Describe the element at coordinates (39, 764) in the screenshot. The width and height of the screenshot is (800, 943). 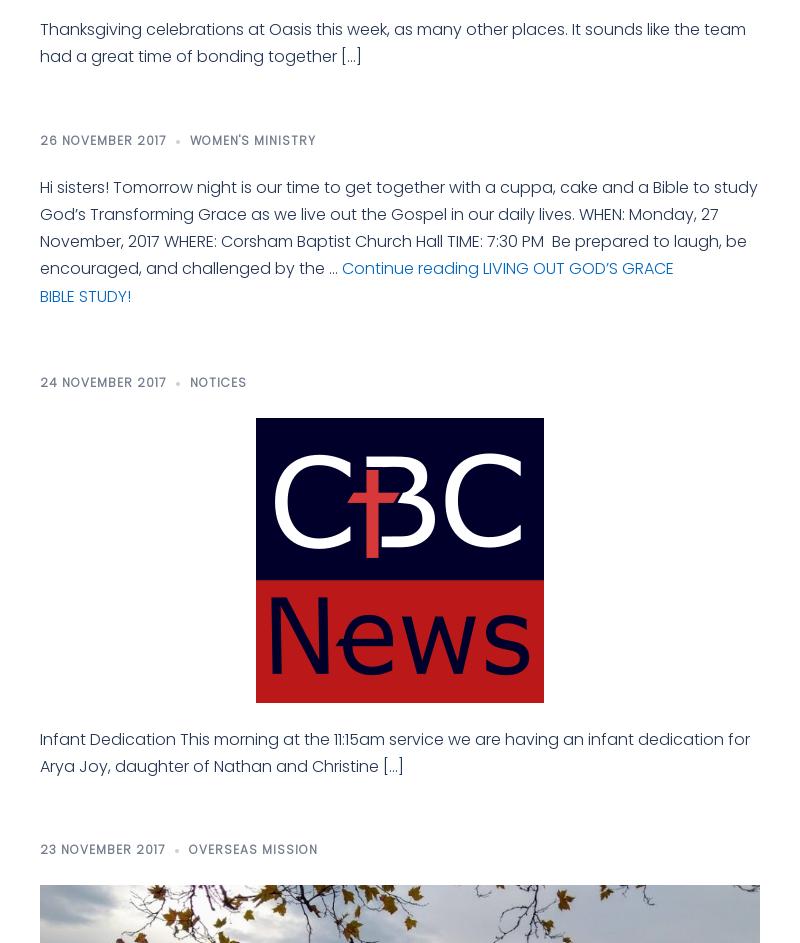
I see `'Privacy Notice'` at that location.